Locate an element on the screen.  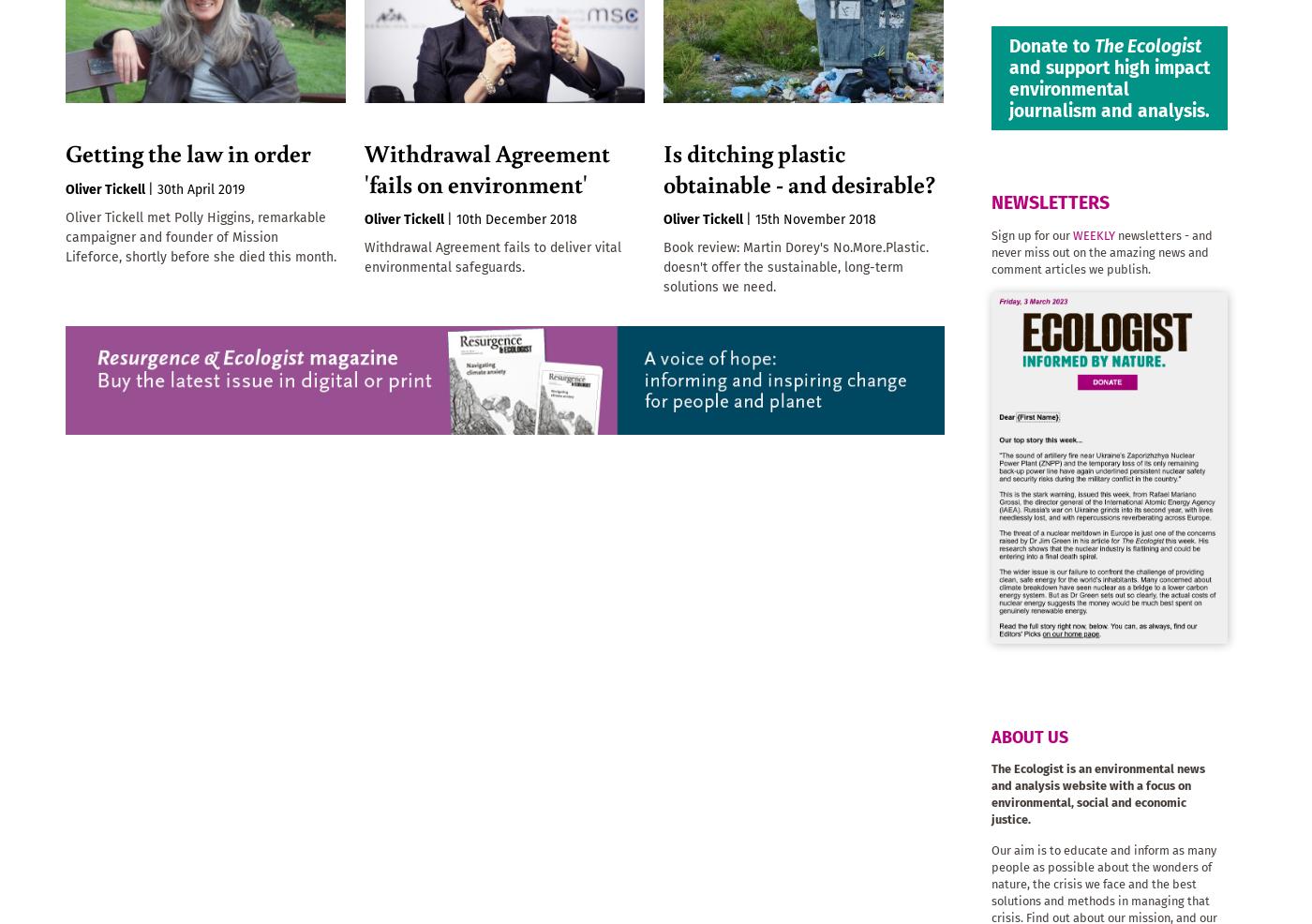
'and support high impact environmental journalism and analysis.' is located at coordinates (1109, 88).